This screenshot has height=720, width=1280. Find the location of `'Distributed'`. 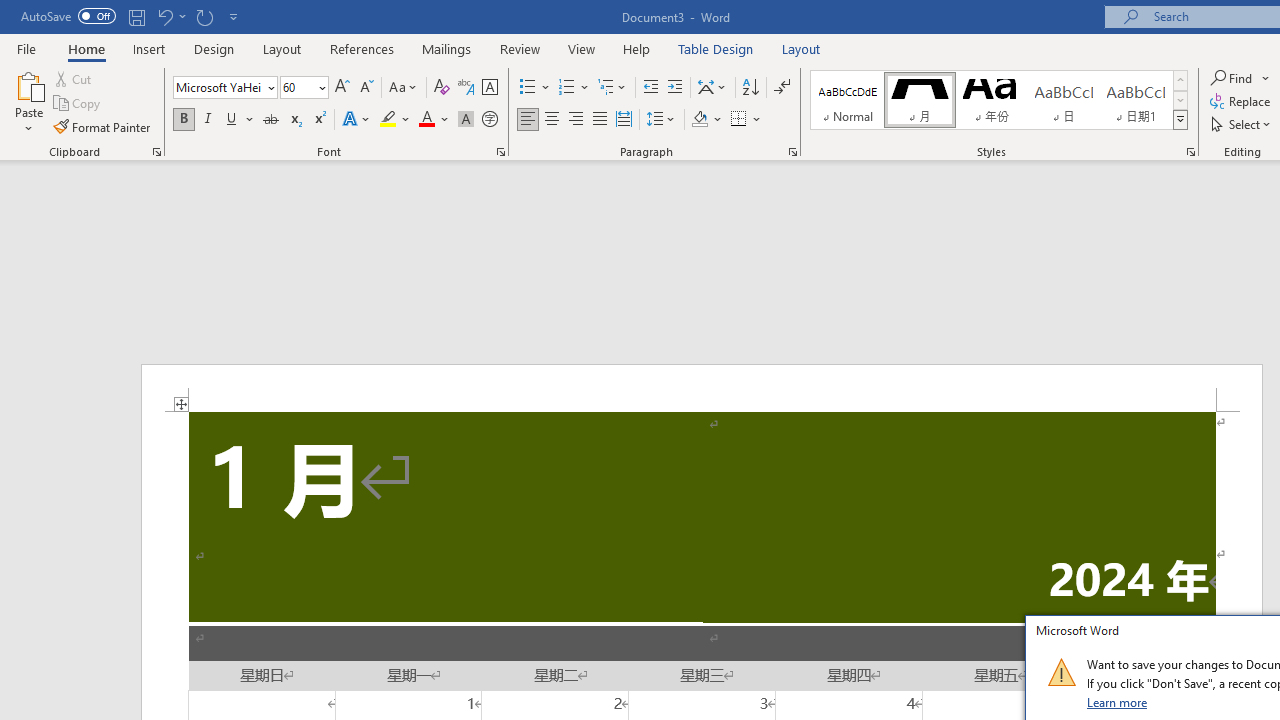

'Distributed' is located at coordinates (623, 119).